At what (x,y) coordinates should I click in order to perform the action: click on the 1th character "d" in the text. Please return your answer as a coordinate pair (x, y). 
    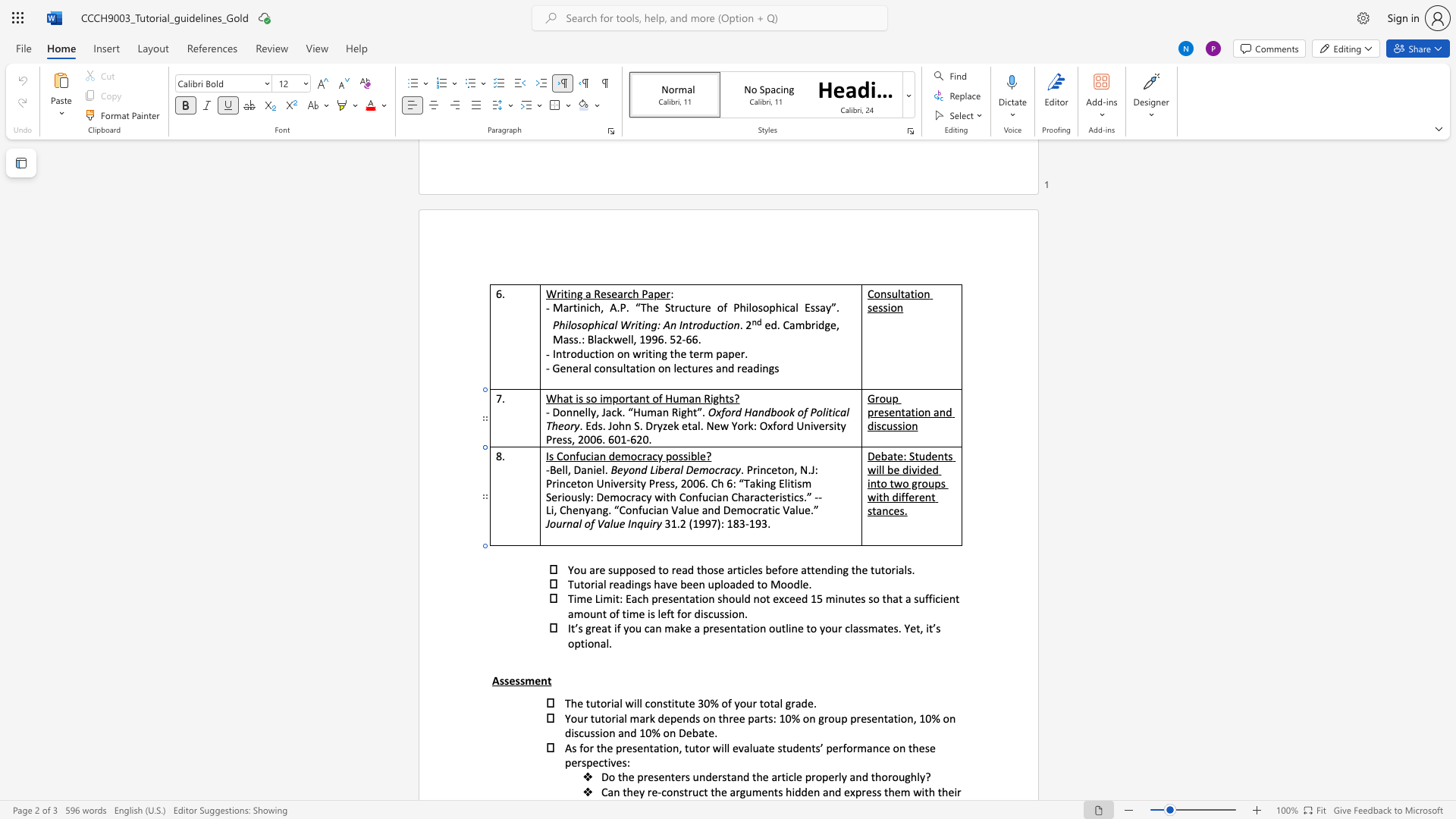
    Looking at the image, I should click on (803, 703).